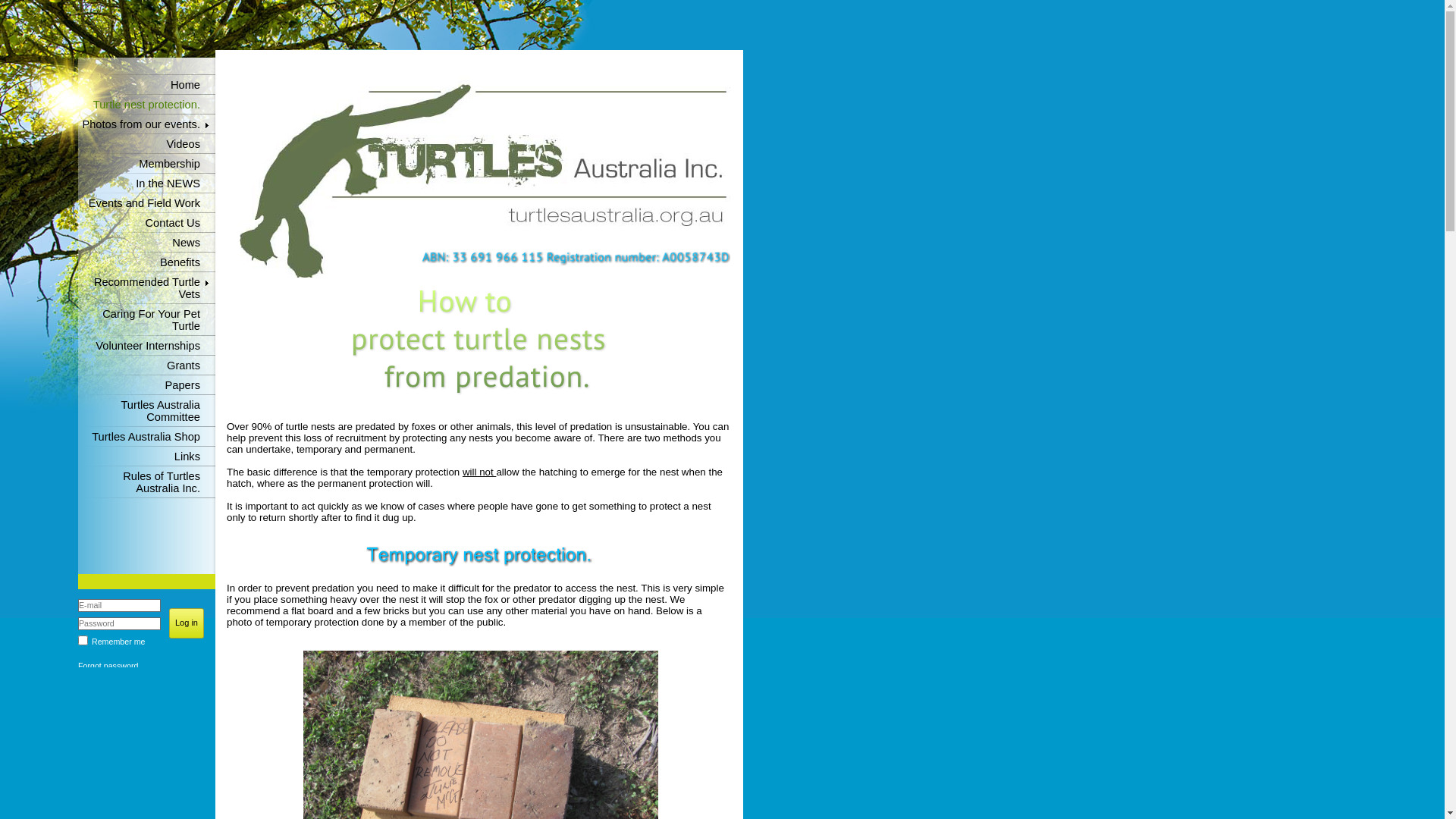 This screenshot has height=819, width=1456. I want to click on 'News', so click(146, 242).